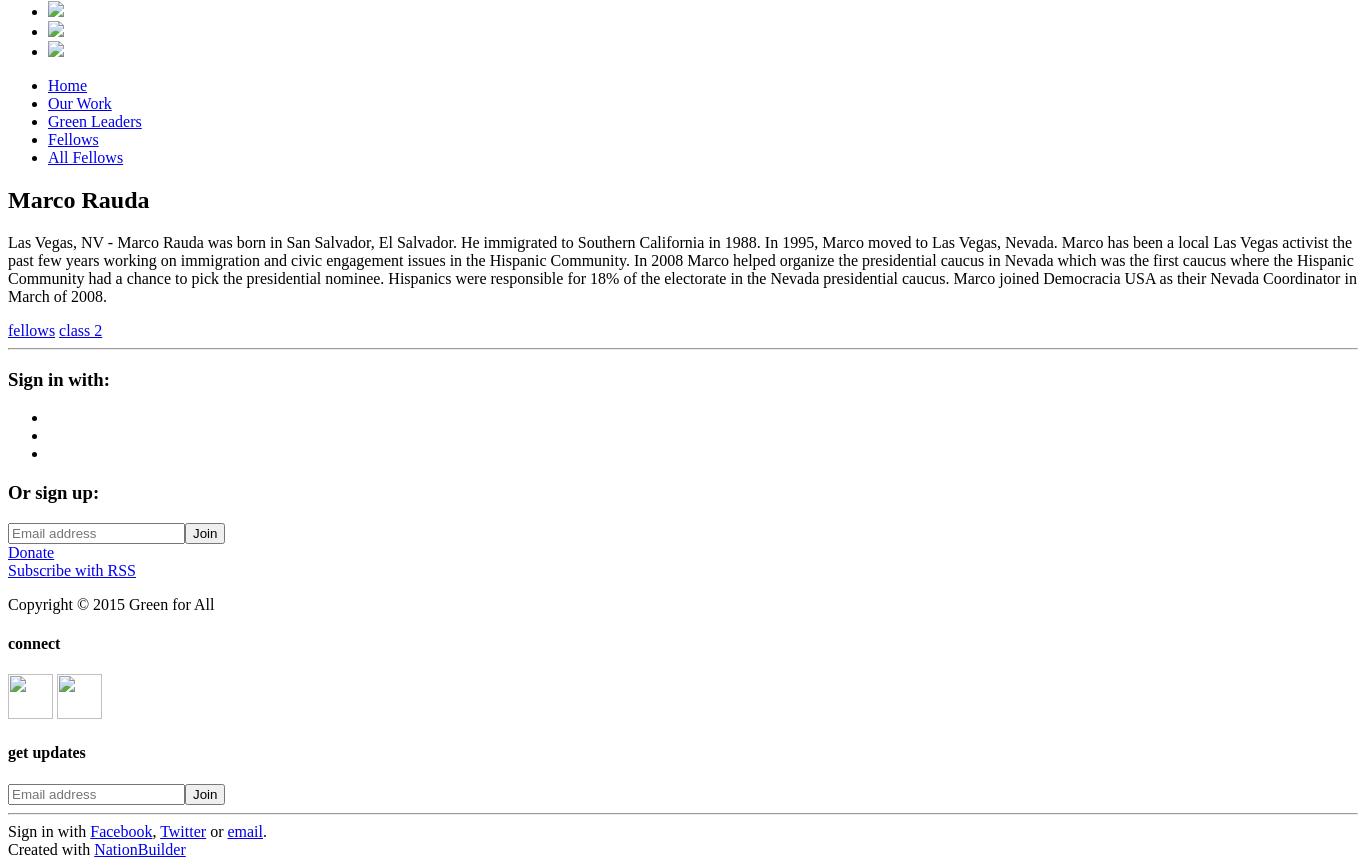 This screenshot has height=866, width=1366. What do you see at coordinates (46, 751) in the screenshot?
I see `'get updates'` at bounding box center [46, 751].